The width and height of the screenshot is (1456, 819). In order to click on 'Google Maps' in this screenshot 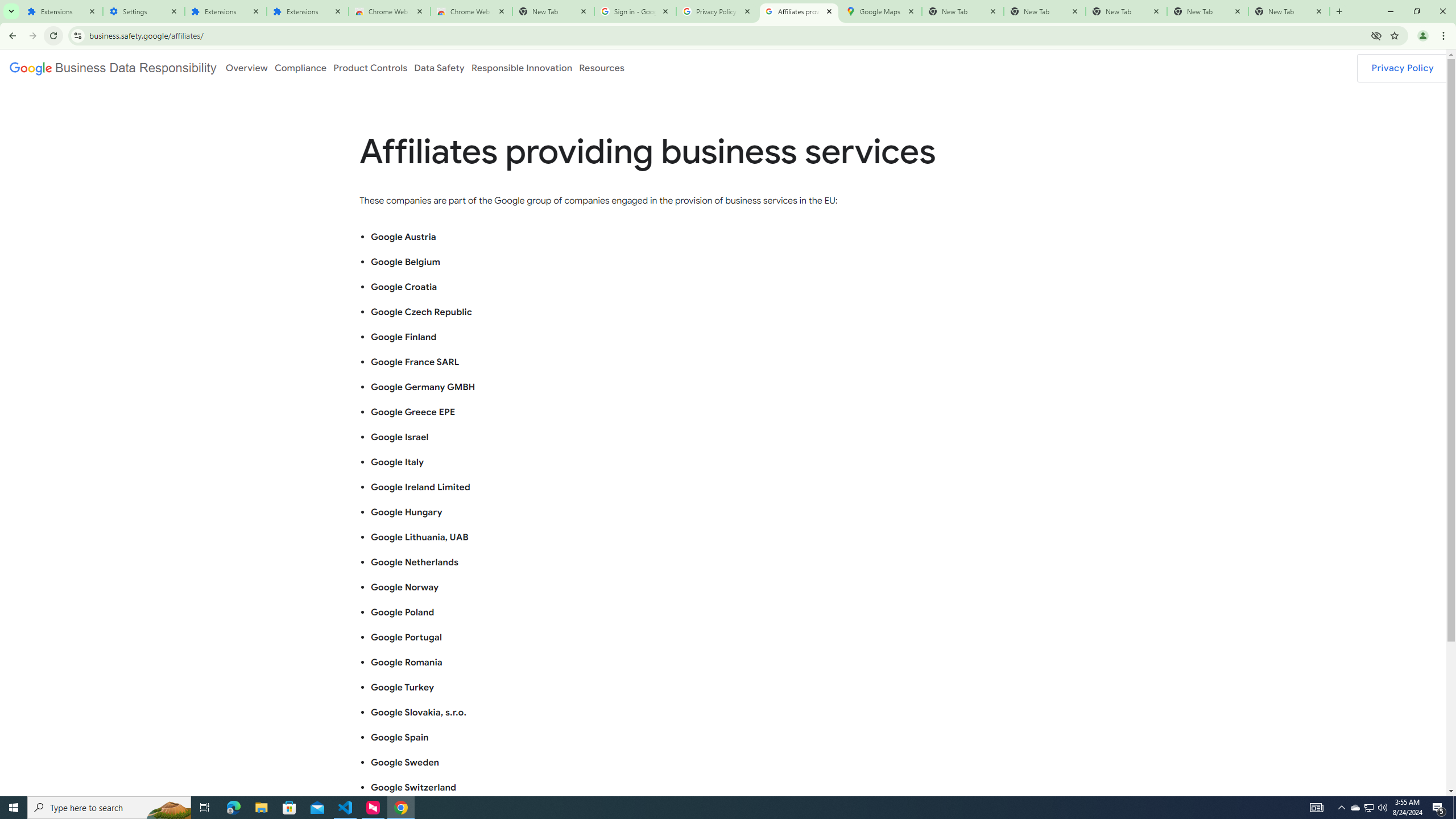, I will do `click(880, 11)`.